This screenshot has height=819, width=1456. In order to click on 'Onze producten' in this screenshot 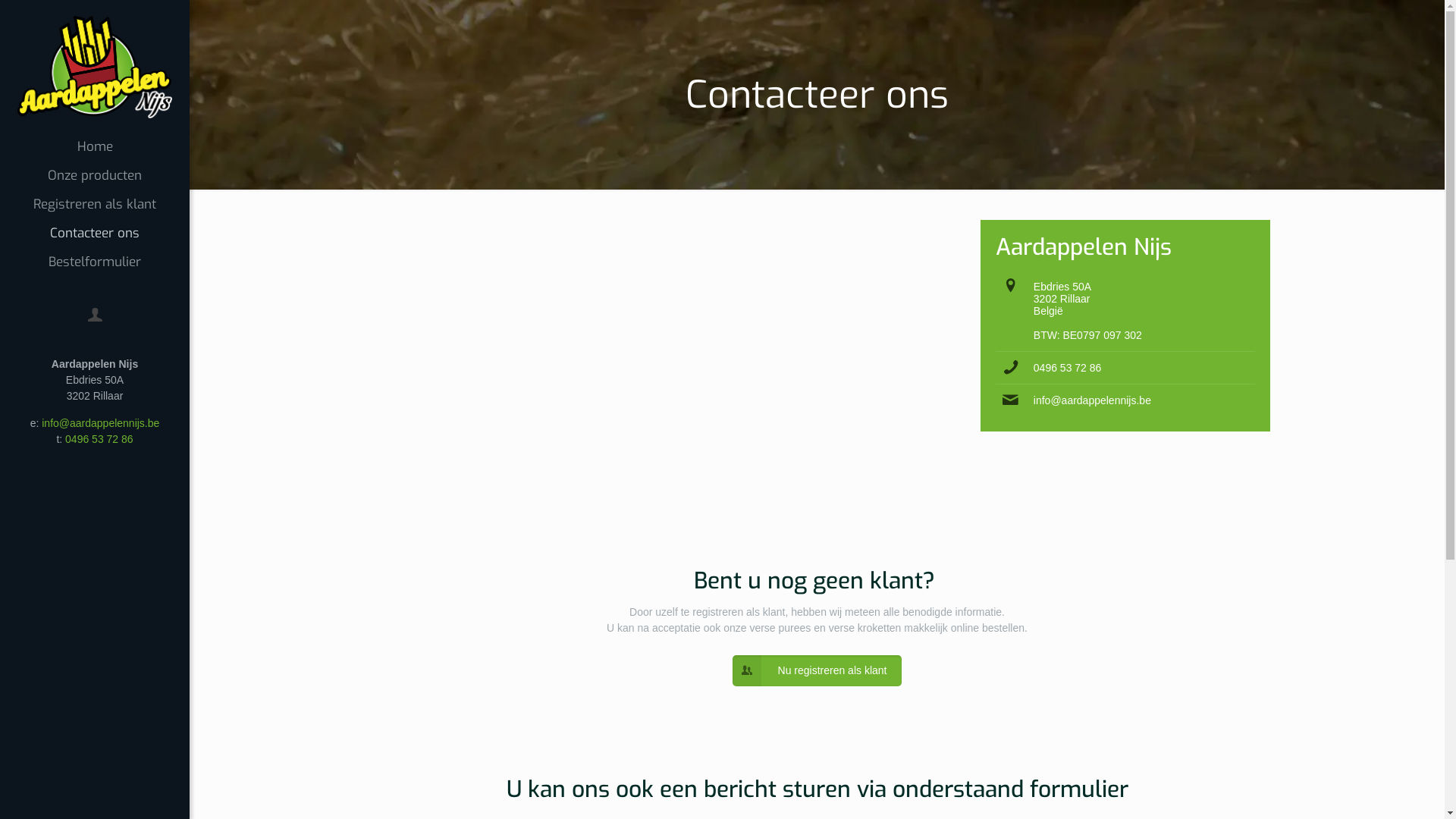, I will do `click(93, 174)`.